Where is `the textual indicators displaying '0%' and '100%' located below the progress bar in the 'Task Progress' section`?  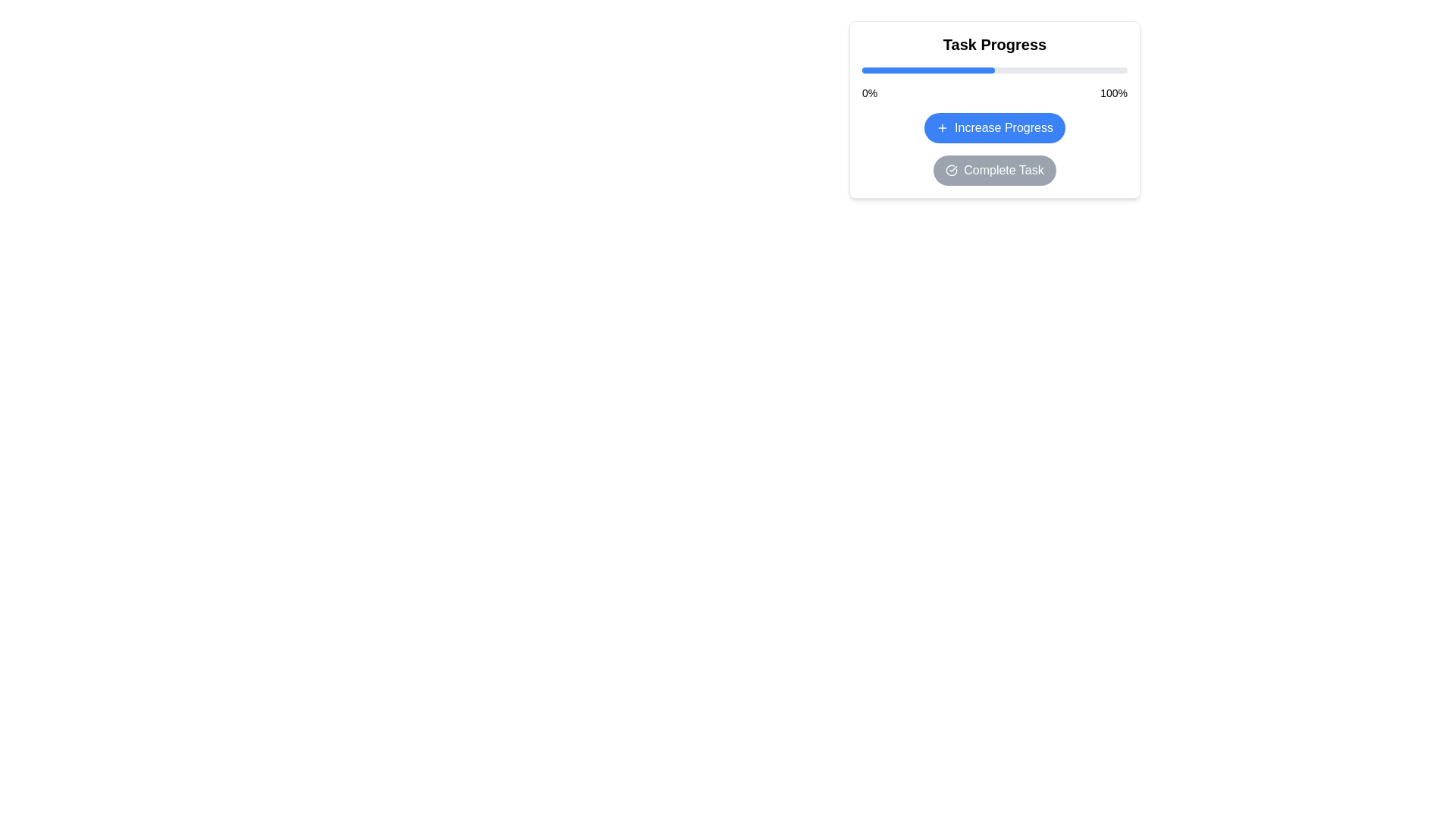 the textual indicators displaying '0%' and '100%' located below the progress bar in the 'Task Progress' section is located at coordinates (994, 93).